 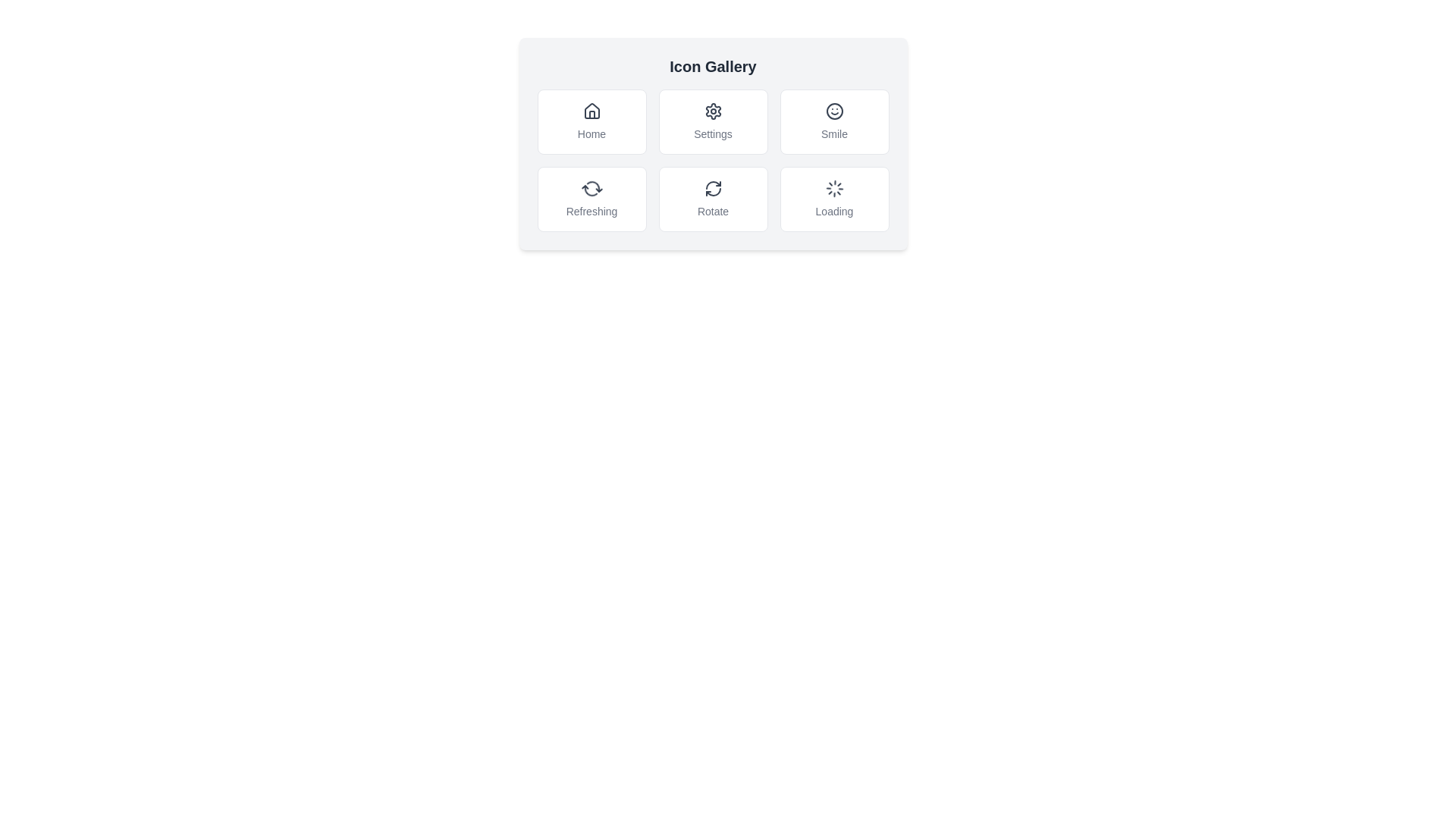 I want to click on the non-interactive card element displaying a loading animation and text, located in the bottom-right corner of the grid, so click(x=833, y=198).